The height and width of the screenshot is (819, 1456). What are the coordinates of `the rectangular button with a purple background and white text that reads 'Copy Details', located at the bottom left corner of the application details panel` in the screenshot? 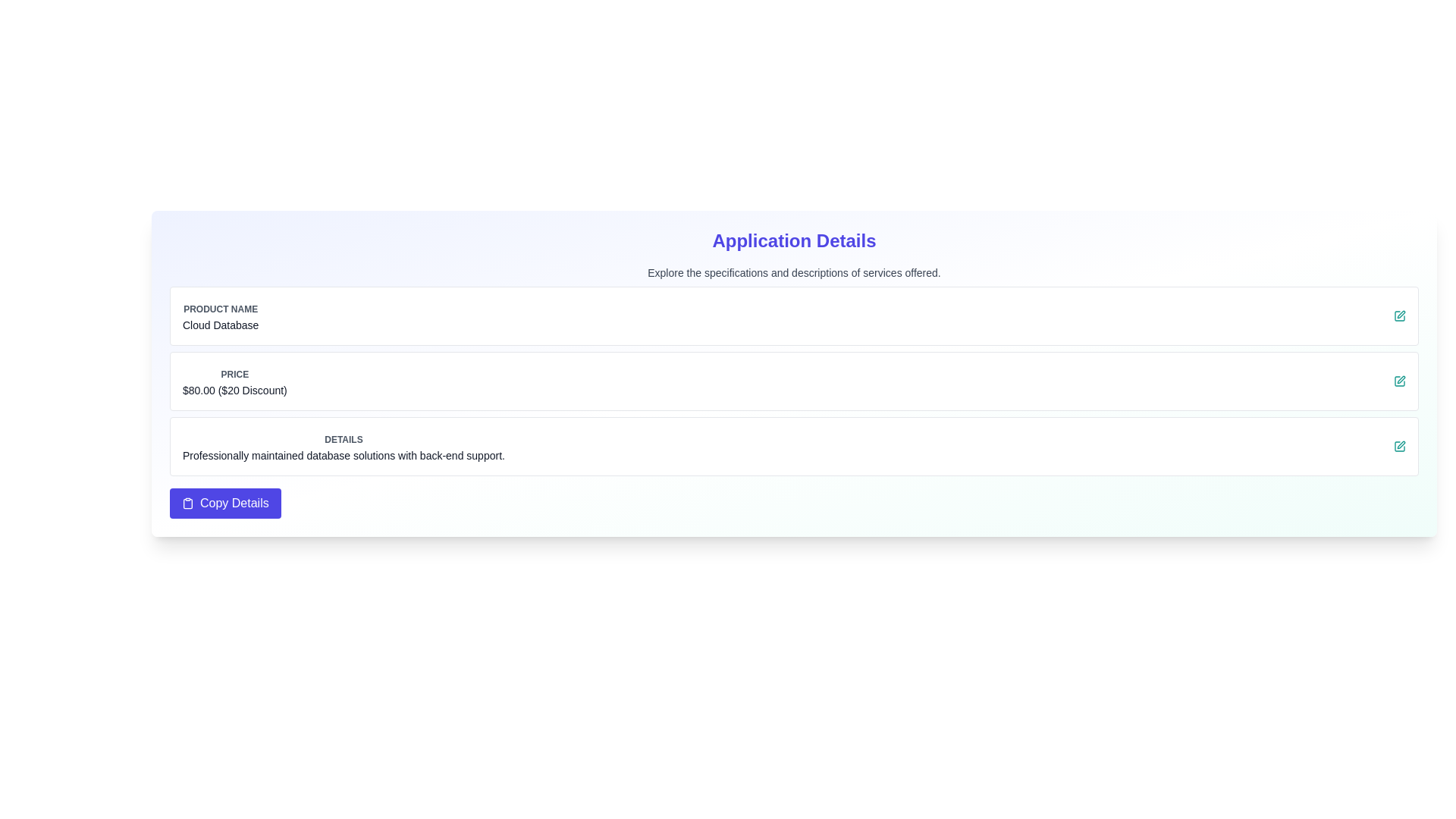 It's located at (224, 503).